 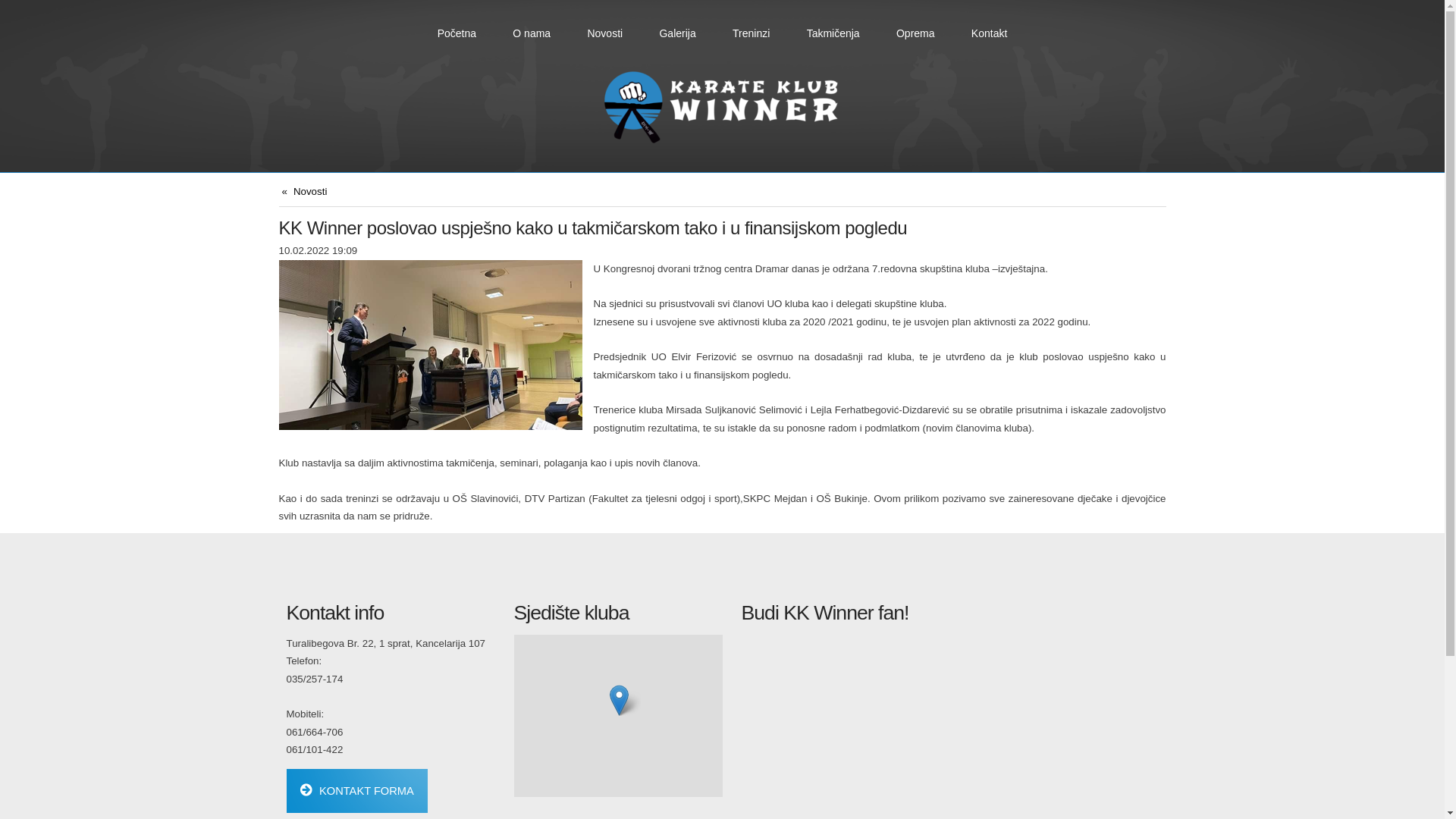 I want to click on 'O nama', so click(x=499, y=33).